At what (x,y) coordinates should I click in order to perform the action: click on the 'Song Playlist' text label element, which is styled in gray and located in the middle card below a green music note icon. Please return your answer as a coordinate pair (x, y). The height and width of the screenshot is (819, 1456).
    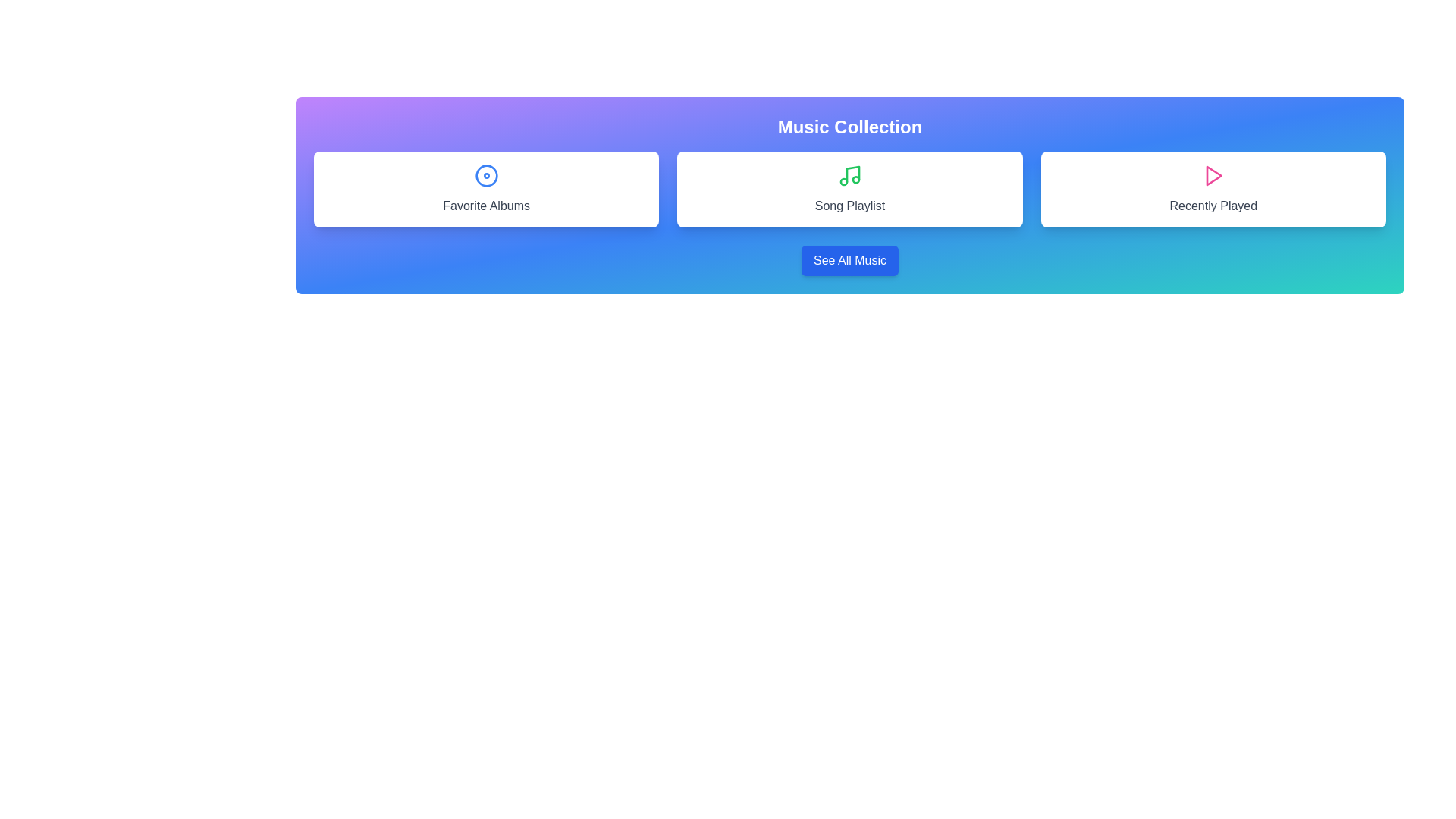
    Looking at the image, I should click on (849, 206).